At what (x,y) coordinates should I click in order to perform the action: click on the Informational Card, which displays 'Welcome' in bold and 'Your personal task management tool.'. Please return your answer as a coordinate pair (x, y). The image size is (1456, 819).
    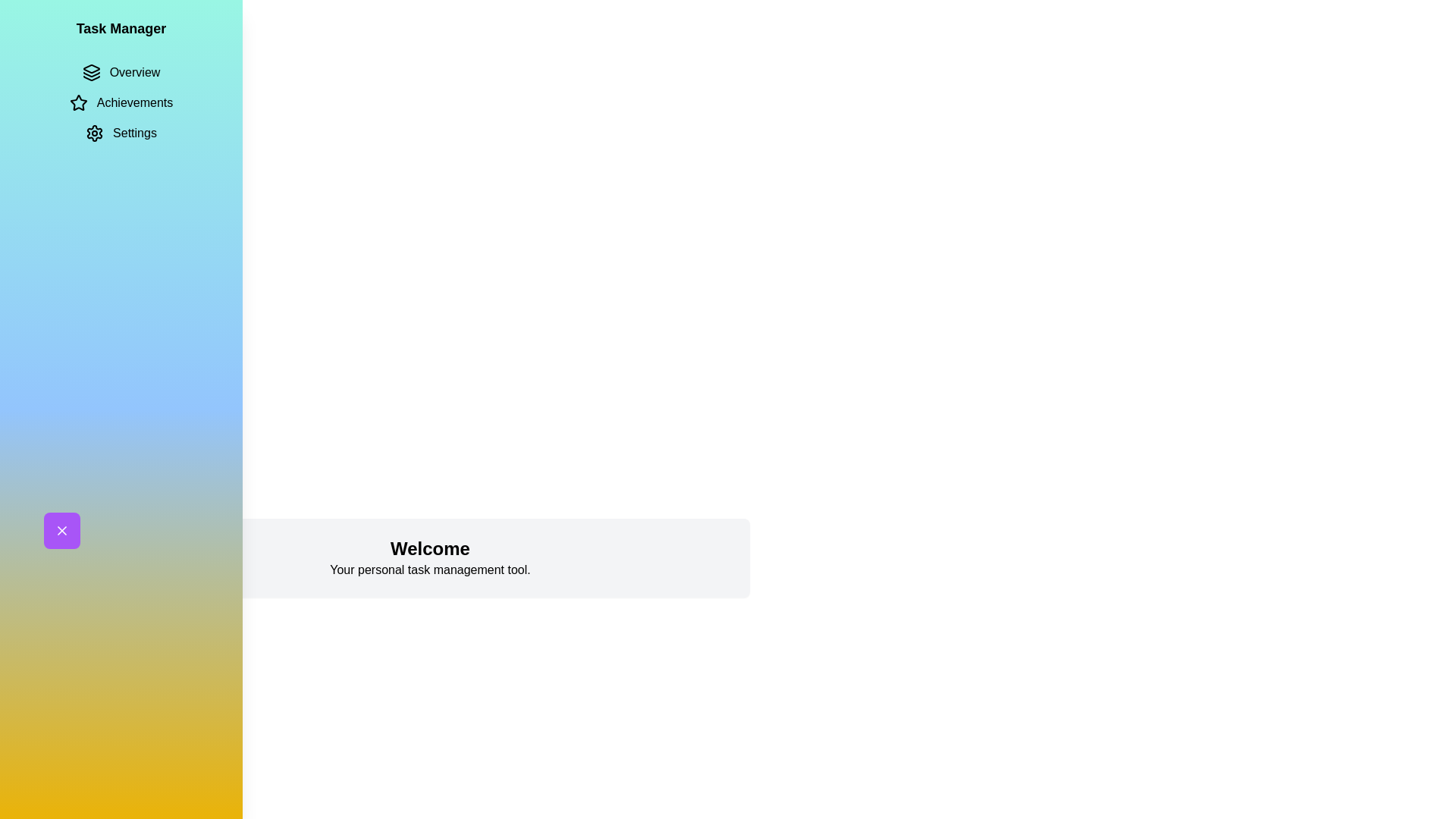
    Looking at the image, I should click on (429, 558).